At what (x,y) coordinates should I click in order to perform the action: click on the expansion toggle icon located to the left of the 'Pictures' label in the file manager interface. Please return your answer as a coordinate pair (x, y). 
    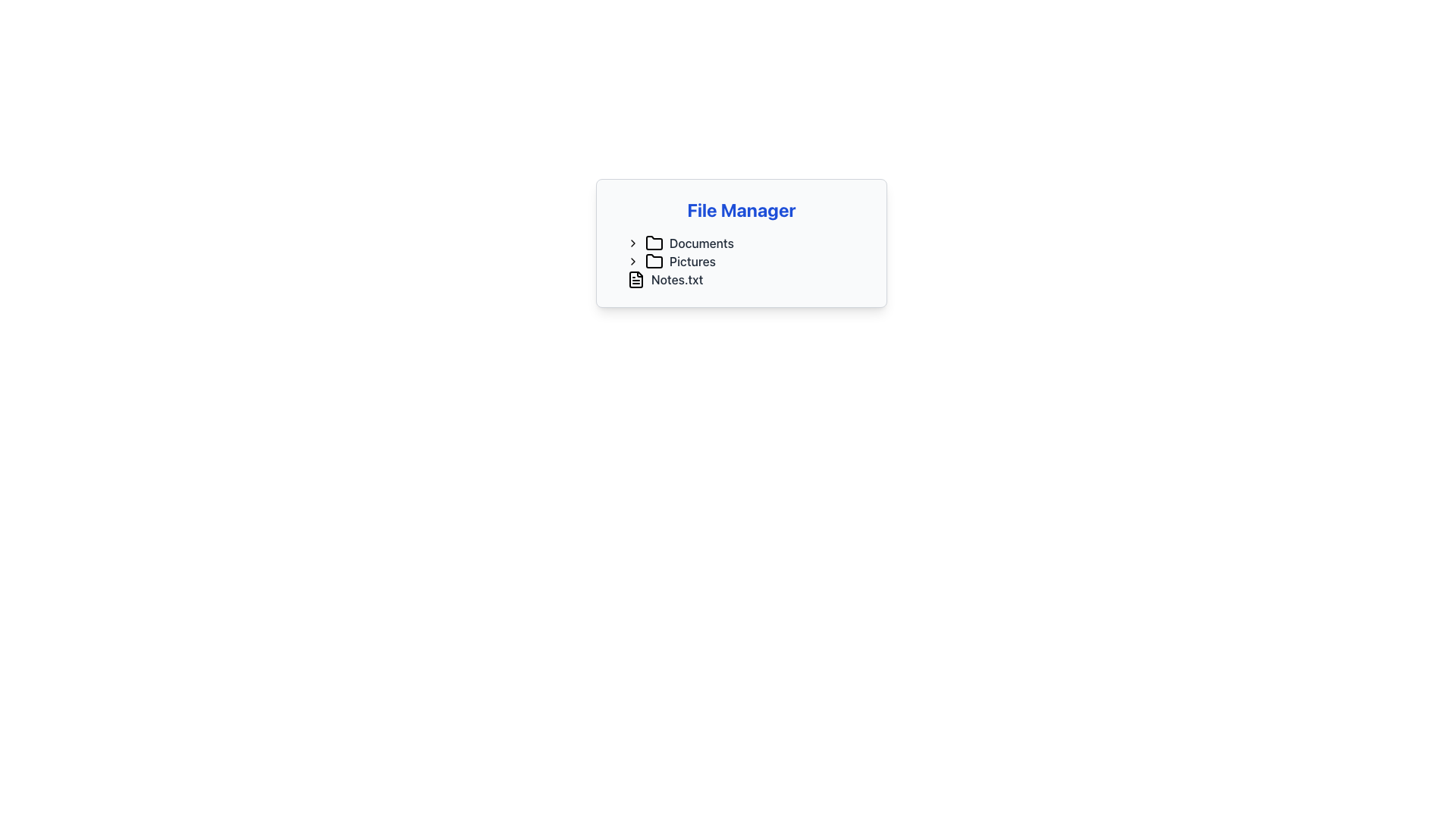
    Looking at the image, I should click on (633, 260).